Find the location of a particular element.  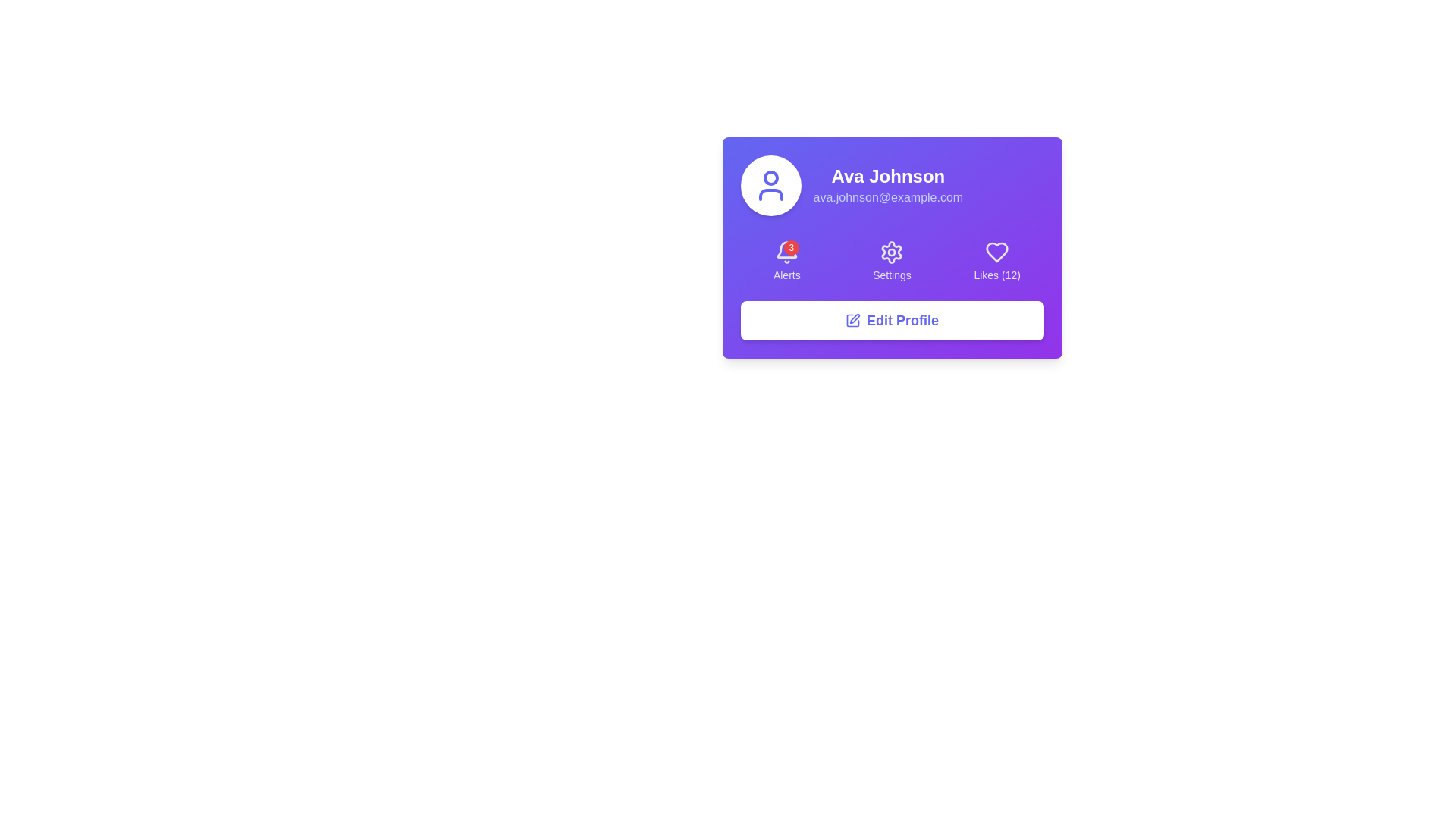

the email display text label positioned below the name 'Ava Johnson' within the upper section of the card is located at coordinates (888, 197).